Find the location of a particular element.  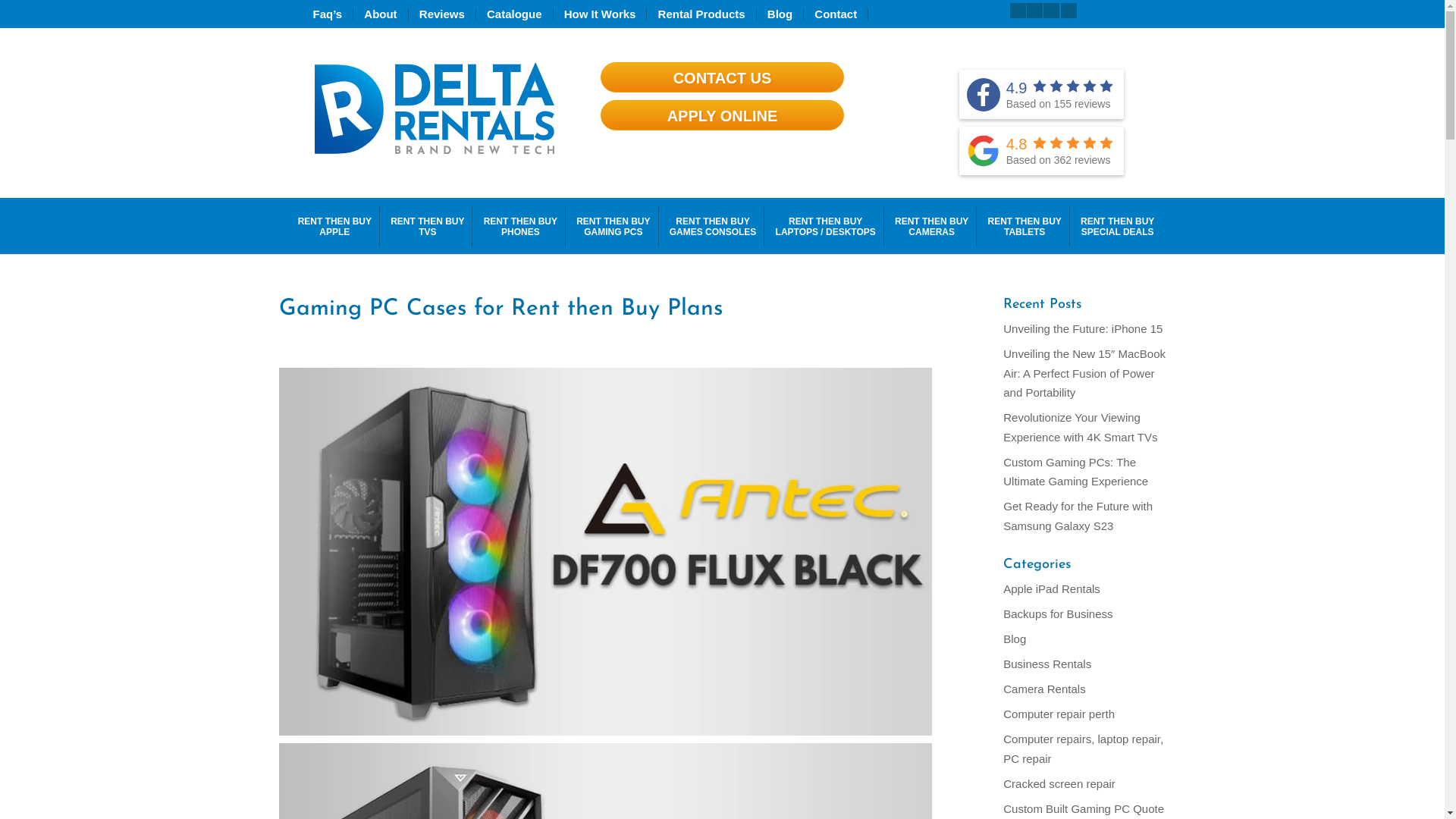

'RENT THEN BUY is located at coordinates (390, 227).